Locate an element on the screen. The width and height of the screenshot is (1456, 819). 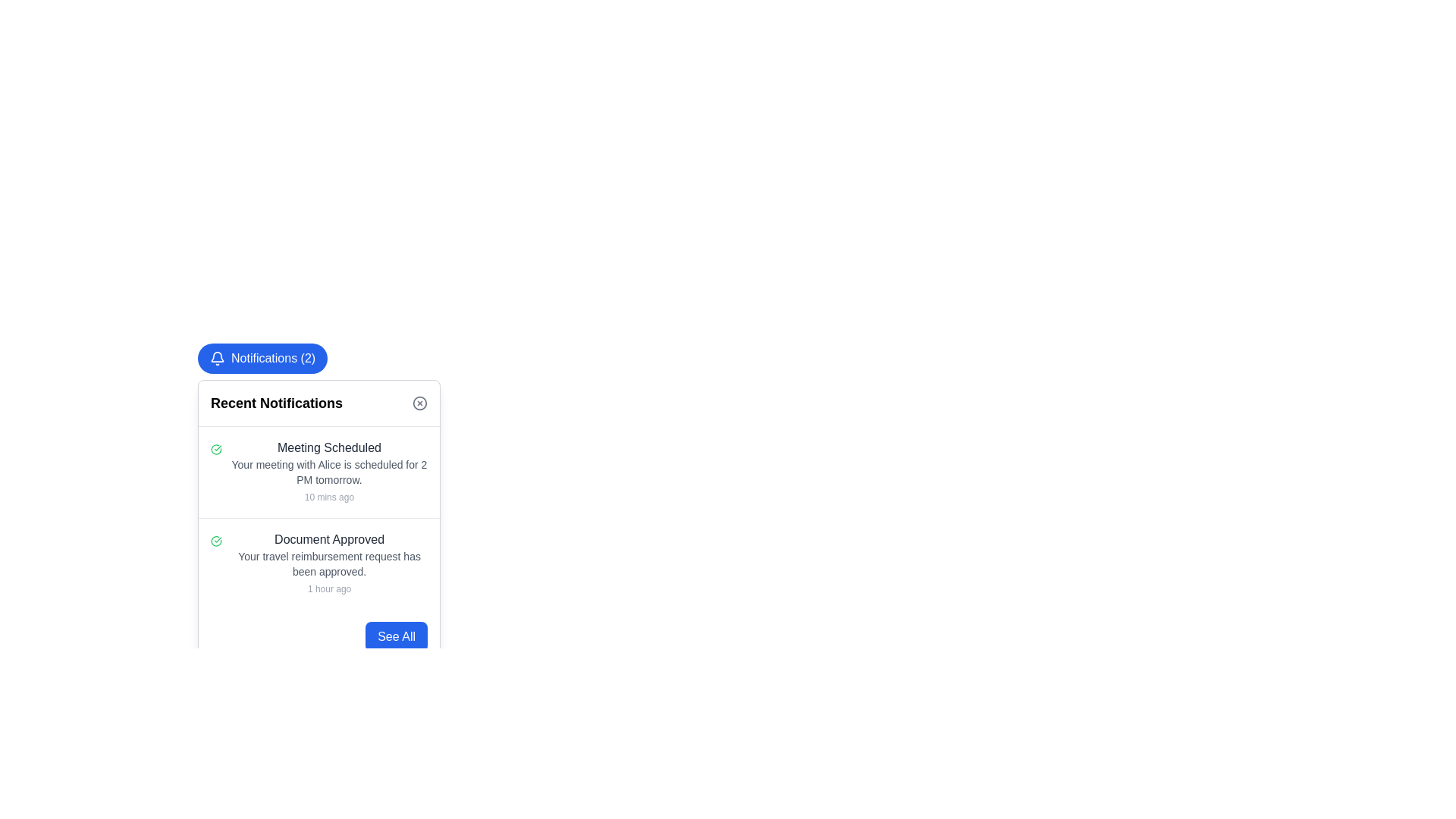
the text element that provides details about the approval of the travel reimbursement request, located below the 'Document Approved' heading and above the '1 hour ago' timestamp in the second notification slot of the 'Recent Notifications' area is located at coordinates (328, 564).